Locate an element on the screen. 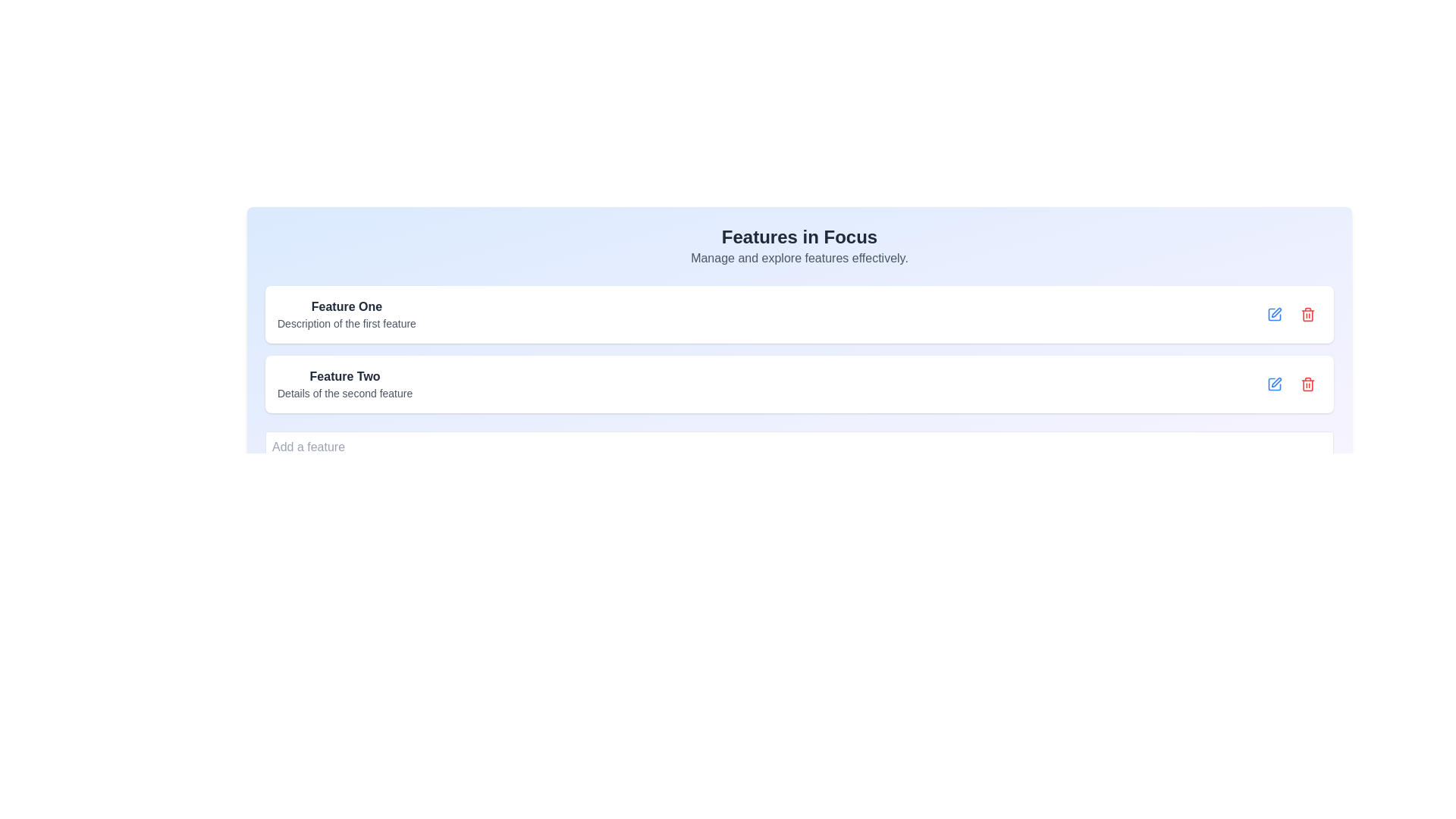 The width and height of the screenshot is (1456, 819). the text label displaying 'Feature Two', which is bold and aligned left, positioned above the text 'Details of the second feature' is located at coordinates (344, 376).